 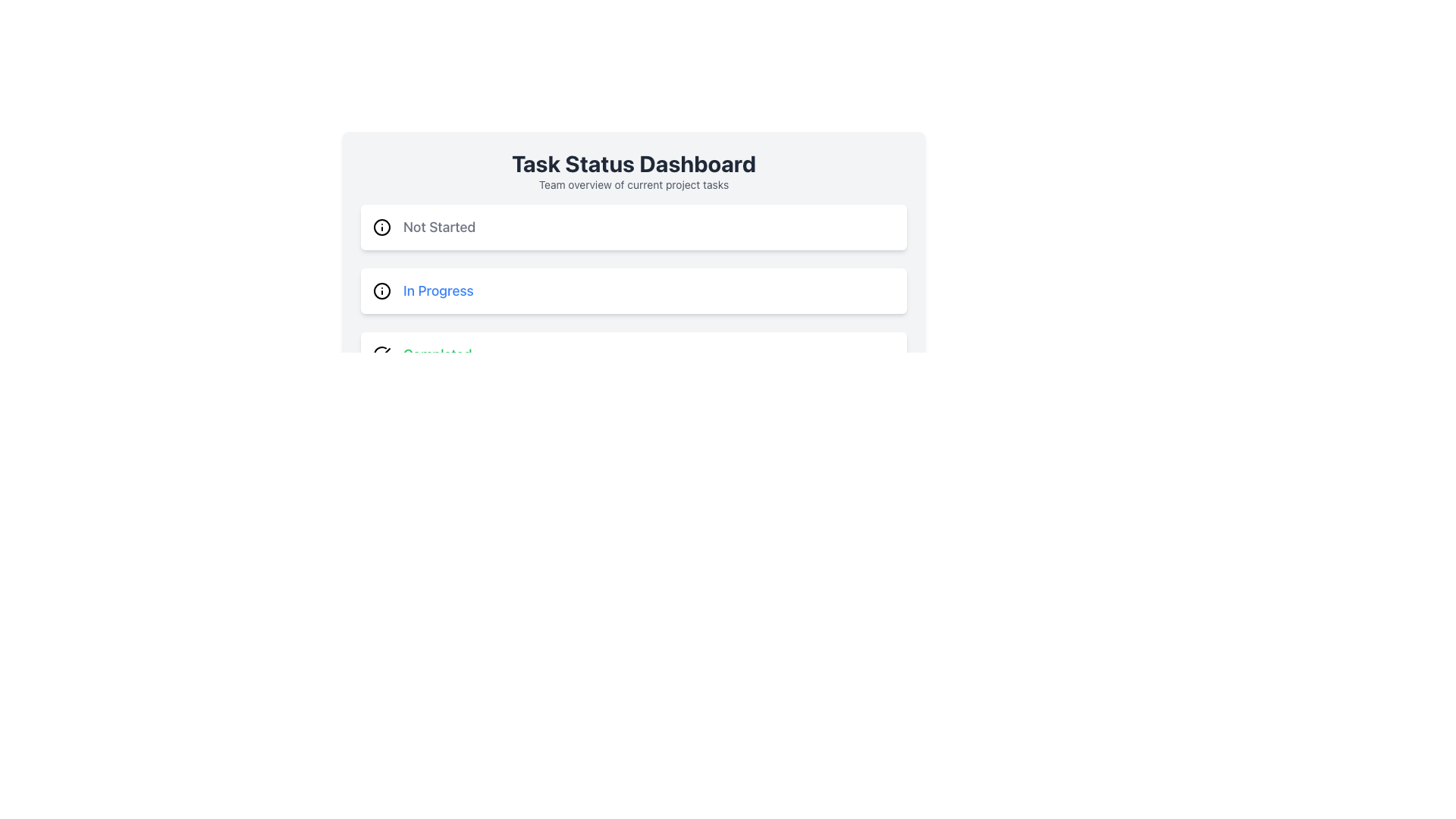 I want to click on the 'Completed' status indicator element located under the 'Task Status Dashboard', which is the third item in the status column, so click(x=633, y=354).